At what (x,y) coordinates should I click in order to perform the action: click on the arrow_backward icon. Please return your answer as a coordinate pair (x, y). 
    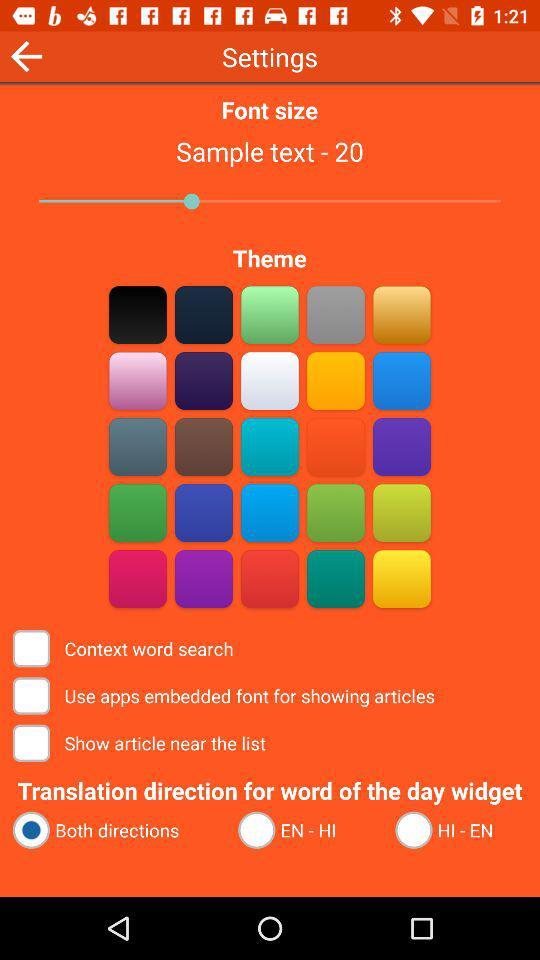
    Looking at the image, I should click on (25, 55).